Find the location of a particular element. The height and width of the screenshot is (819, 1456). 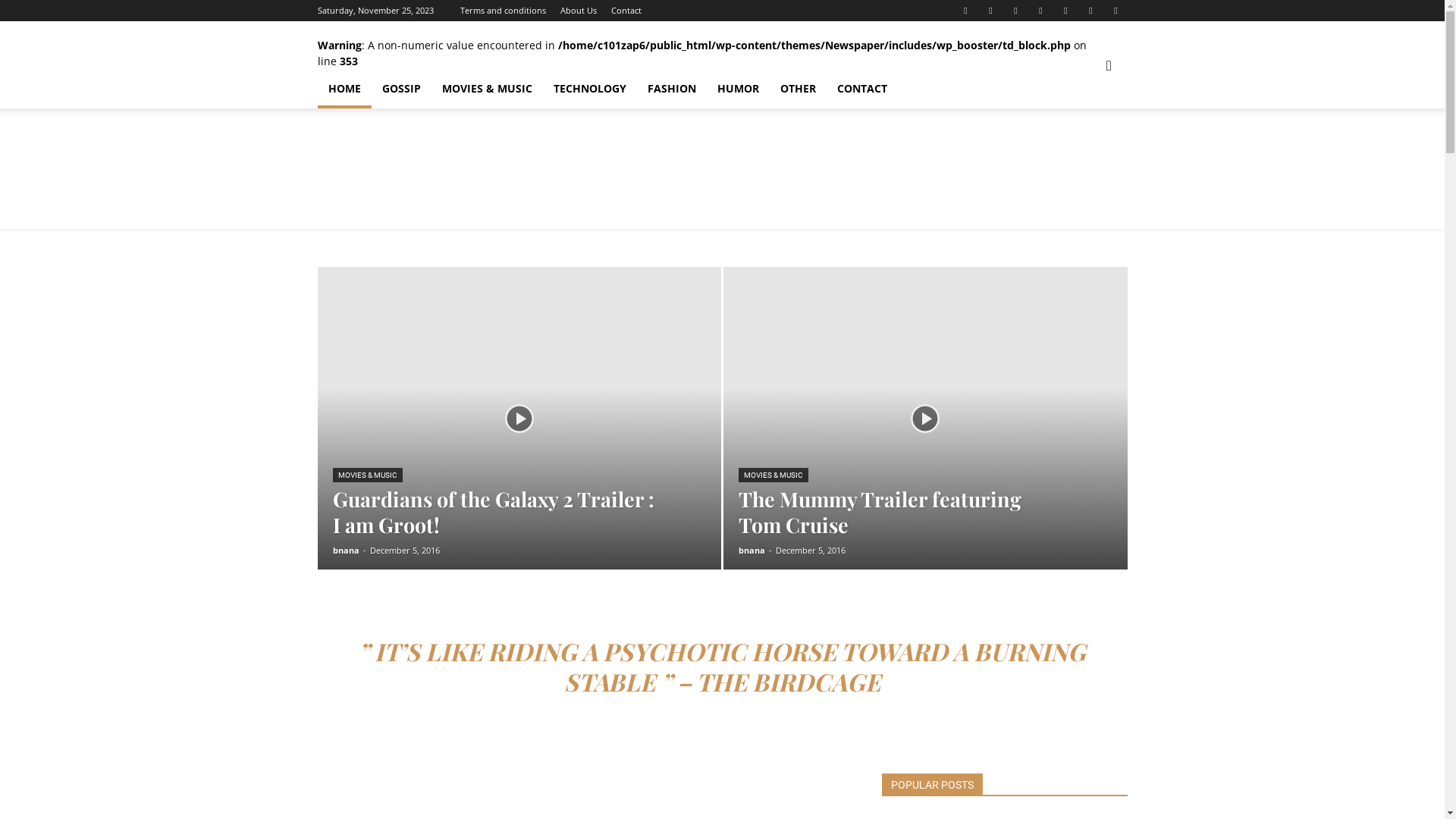

'HOME' is located at coordinates (343, 88).